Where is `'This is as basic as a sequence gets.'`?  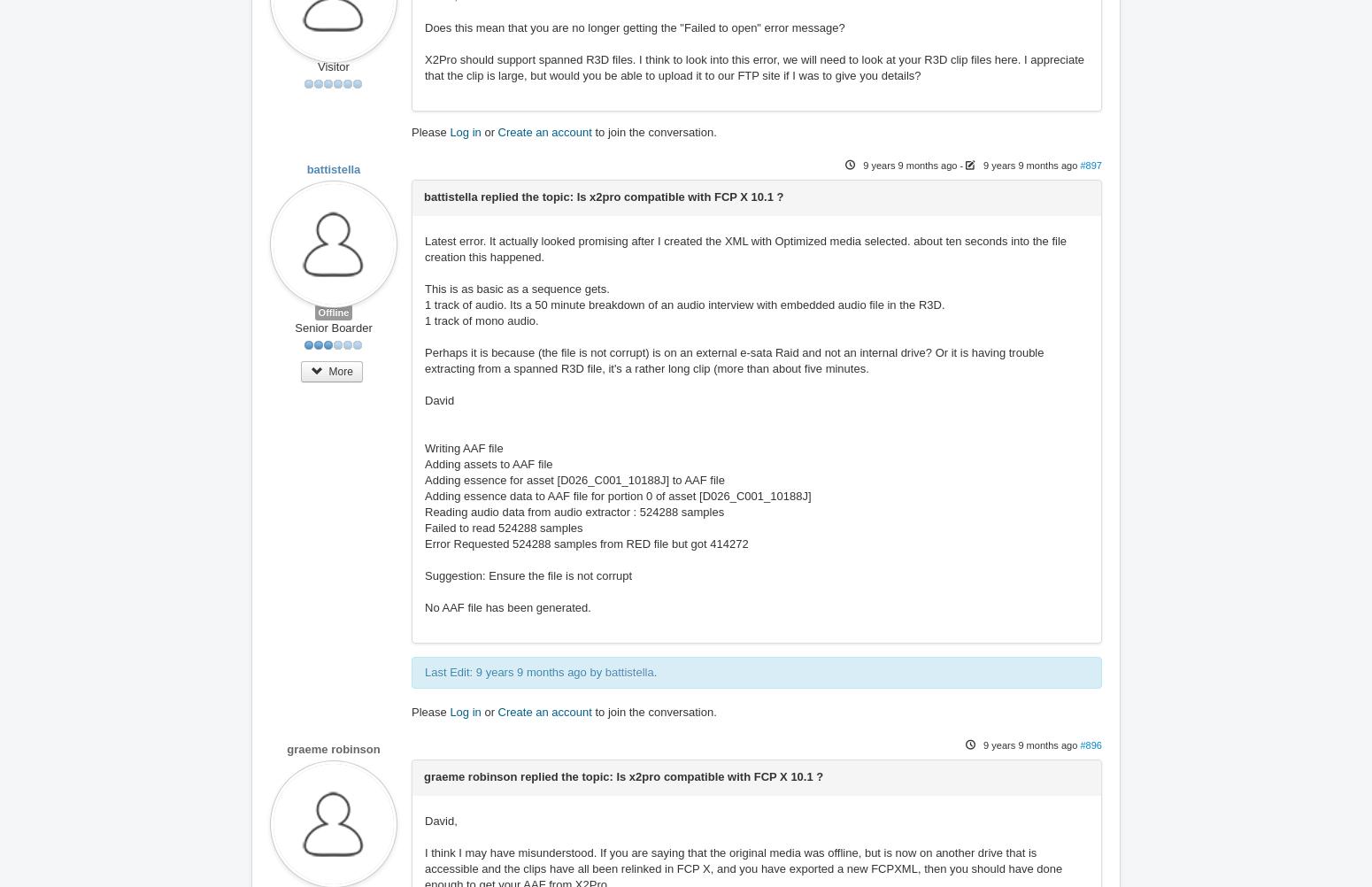
'This is as basic as a sequence gets.' is located at coordinates (424, 288).